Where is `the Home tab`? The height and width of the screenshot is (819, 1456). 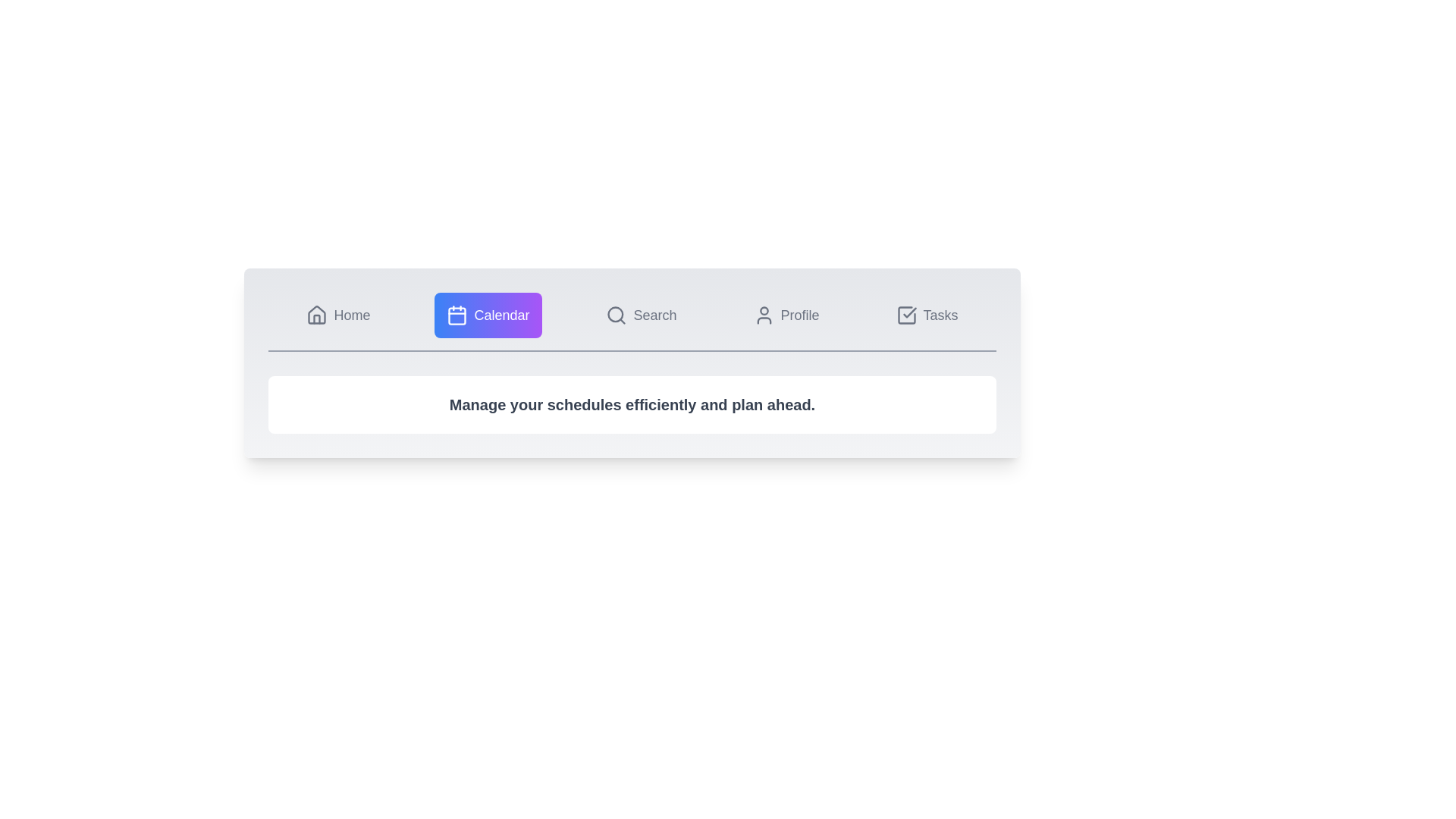 the Home tab is located at coordinates (337, 315).